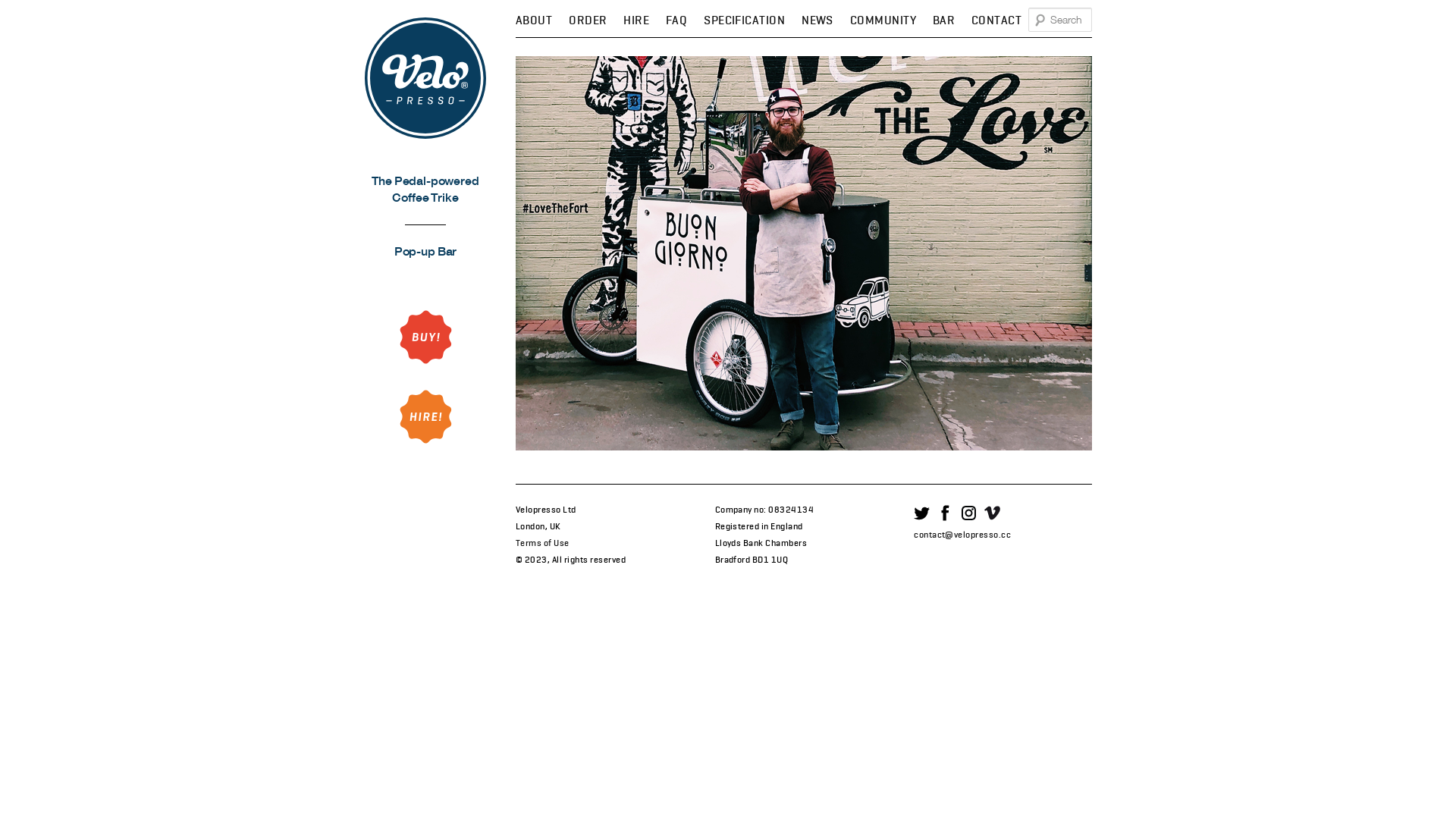 Image resolution: width=1456 pixels, height=819 pixels. Describe the element at coordinates (425, 78) in the screenshot. I see `'Velopresso'` at that location.